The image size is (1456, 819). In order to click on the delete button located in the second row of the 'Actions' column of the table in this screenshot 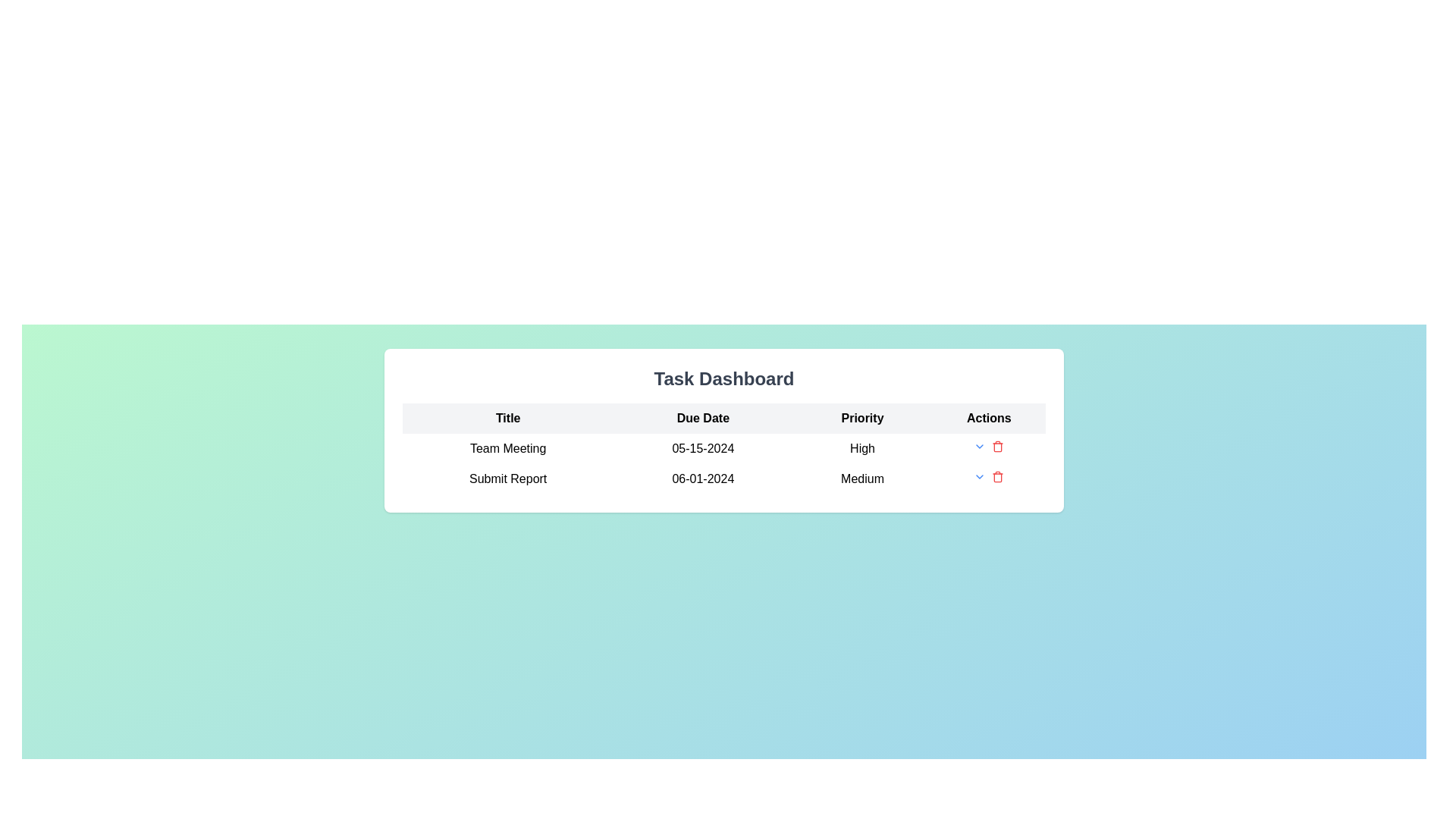, I will do `click(998, 446)`.